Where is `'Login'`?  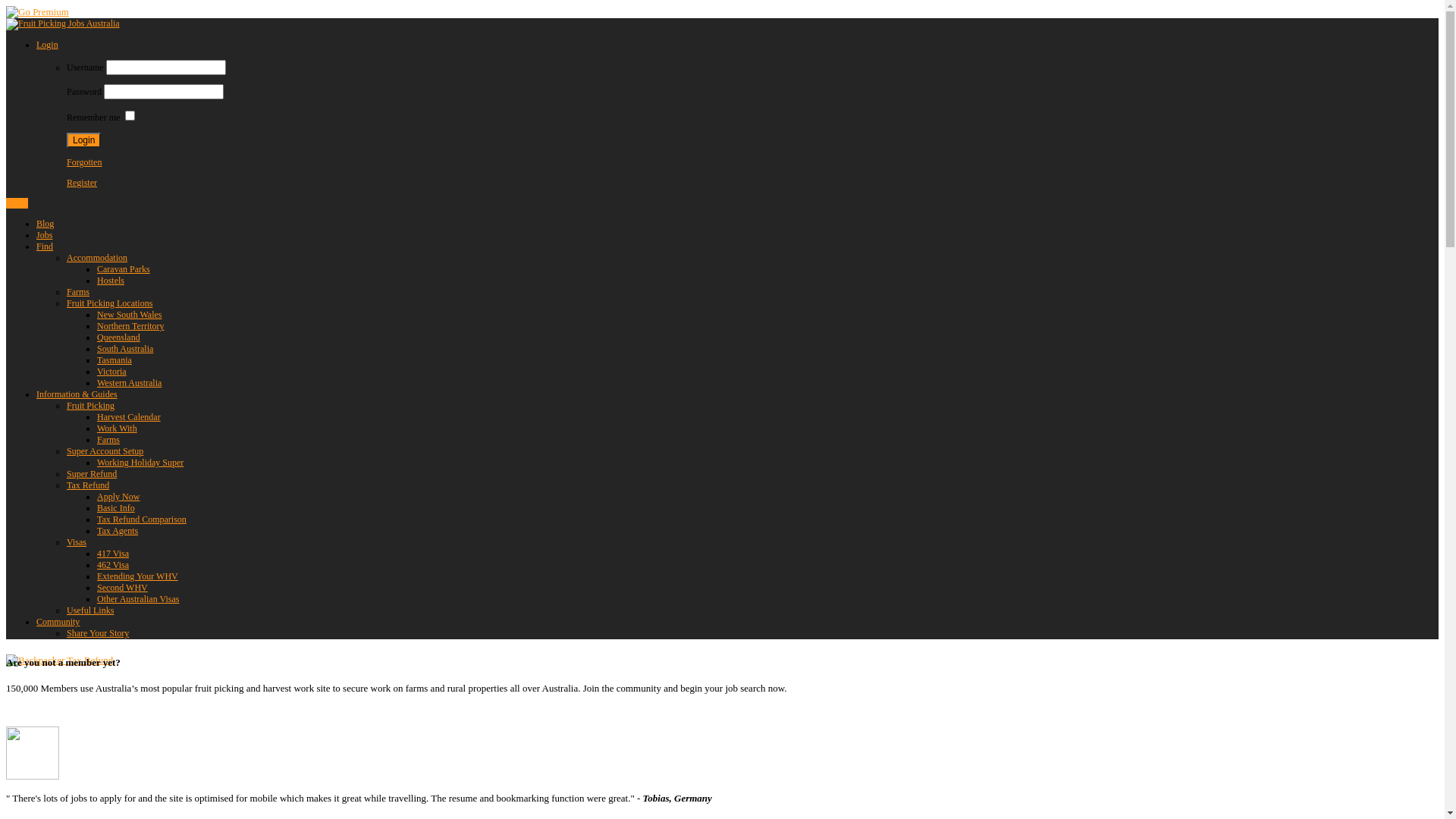 'Login' is located at coordinates (6, 202).